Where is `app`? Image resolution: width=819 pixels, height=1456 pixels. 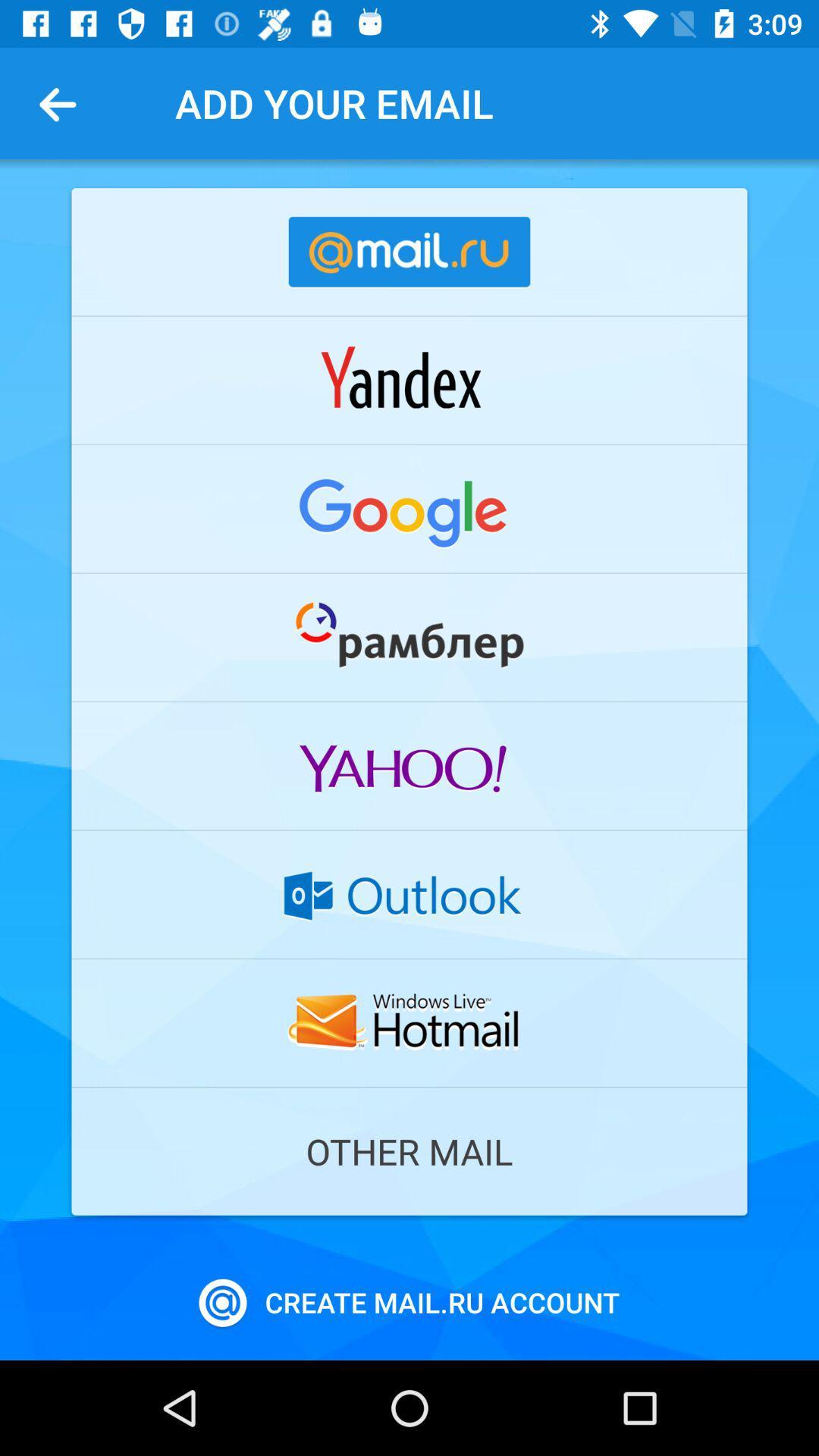 app is located at coordinates (409, 637).